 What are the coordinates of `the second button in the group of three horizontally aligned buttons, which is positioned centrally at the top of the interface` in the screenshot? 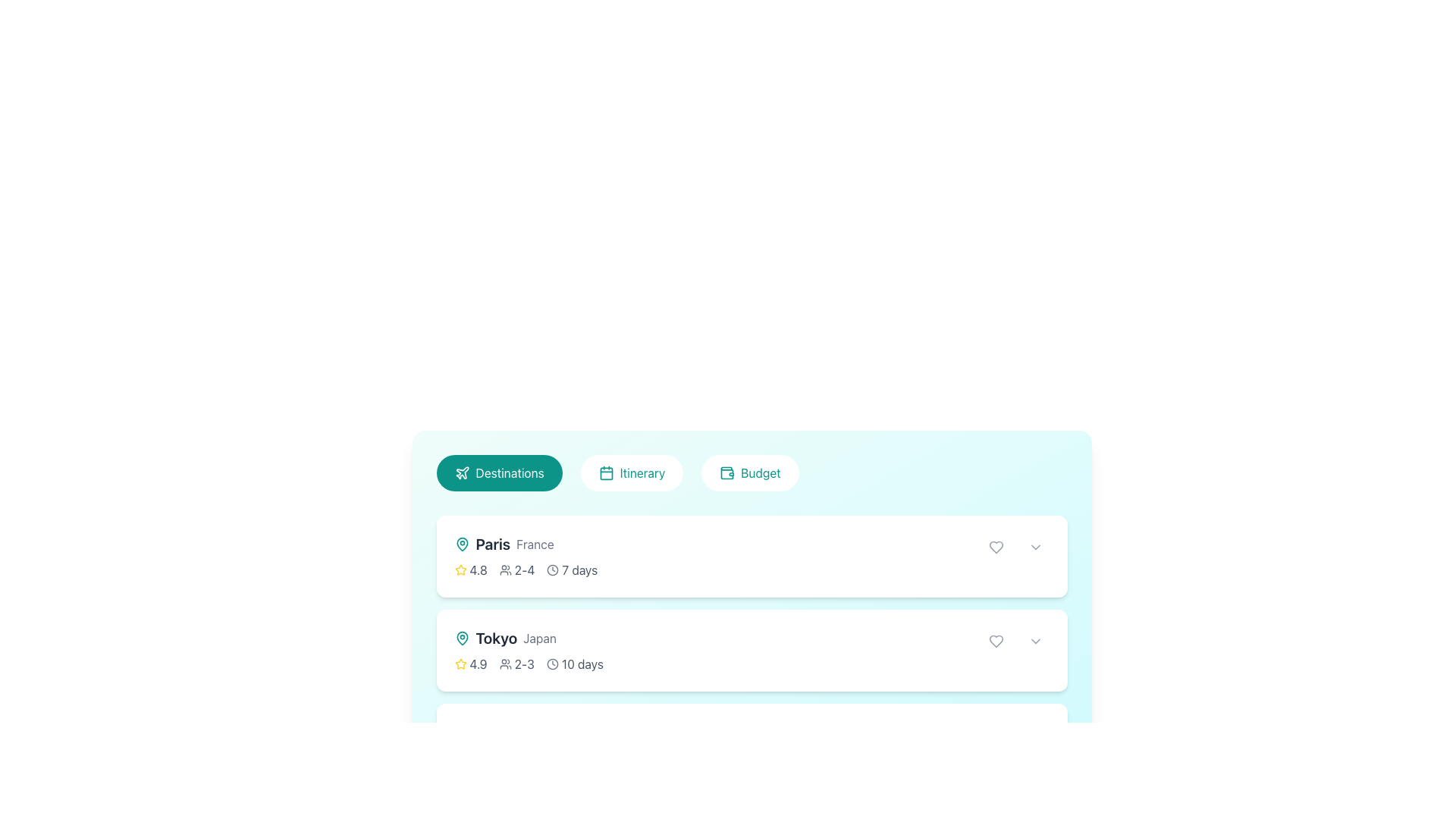 It's located at (632, 472).